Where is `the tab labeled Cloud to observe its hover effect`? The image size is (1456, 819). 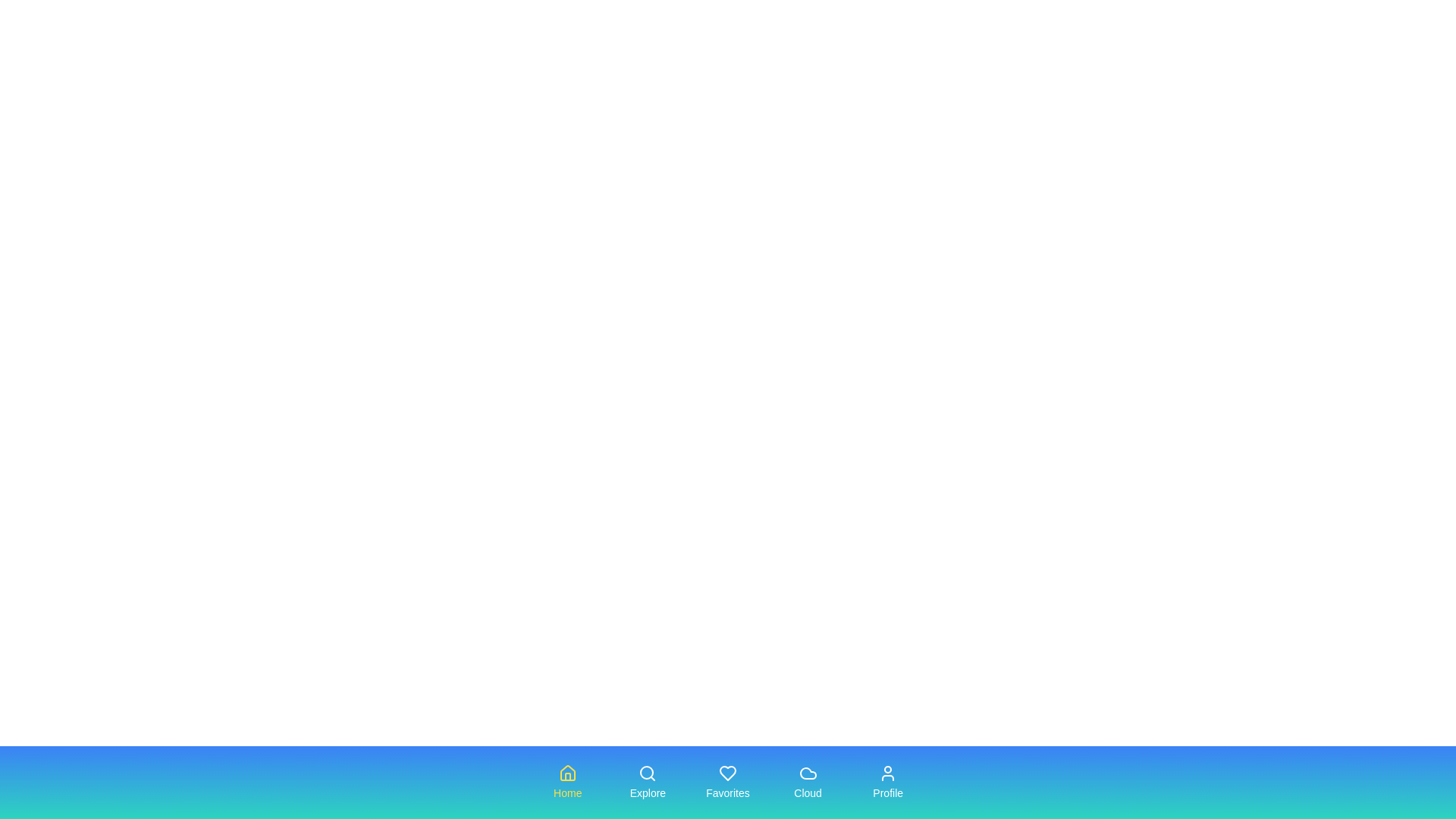 the tab labeled Cloud to observe its hover effect is located at coordinates (807, 783).